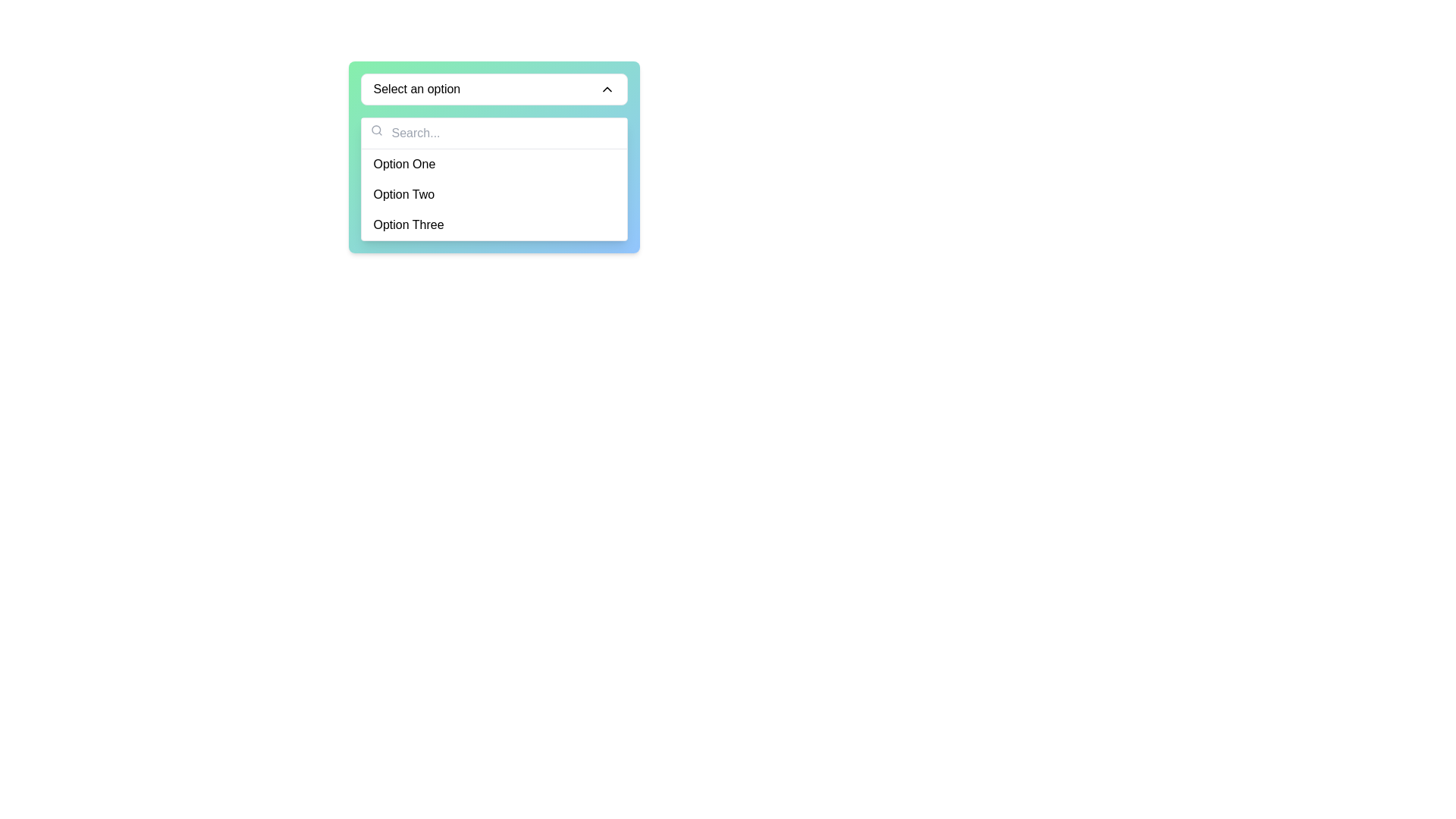 This screenshot has width=1456, height=819. What do you see at coordinates (607, 89) in the screenshot?
I see `the upward-pointing chevron icon located at the rightmost end of the dropdown header labeled 'Select an option'` at bounding box center [607, 89].